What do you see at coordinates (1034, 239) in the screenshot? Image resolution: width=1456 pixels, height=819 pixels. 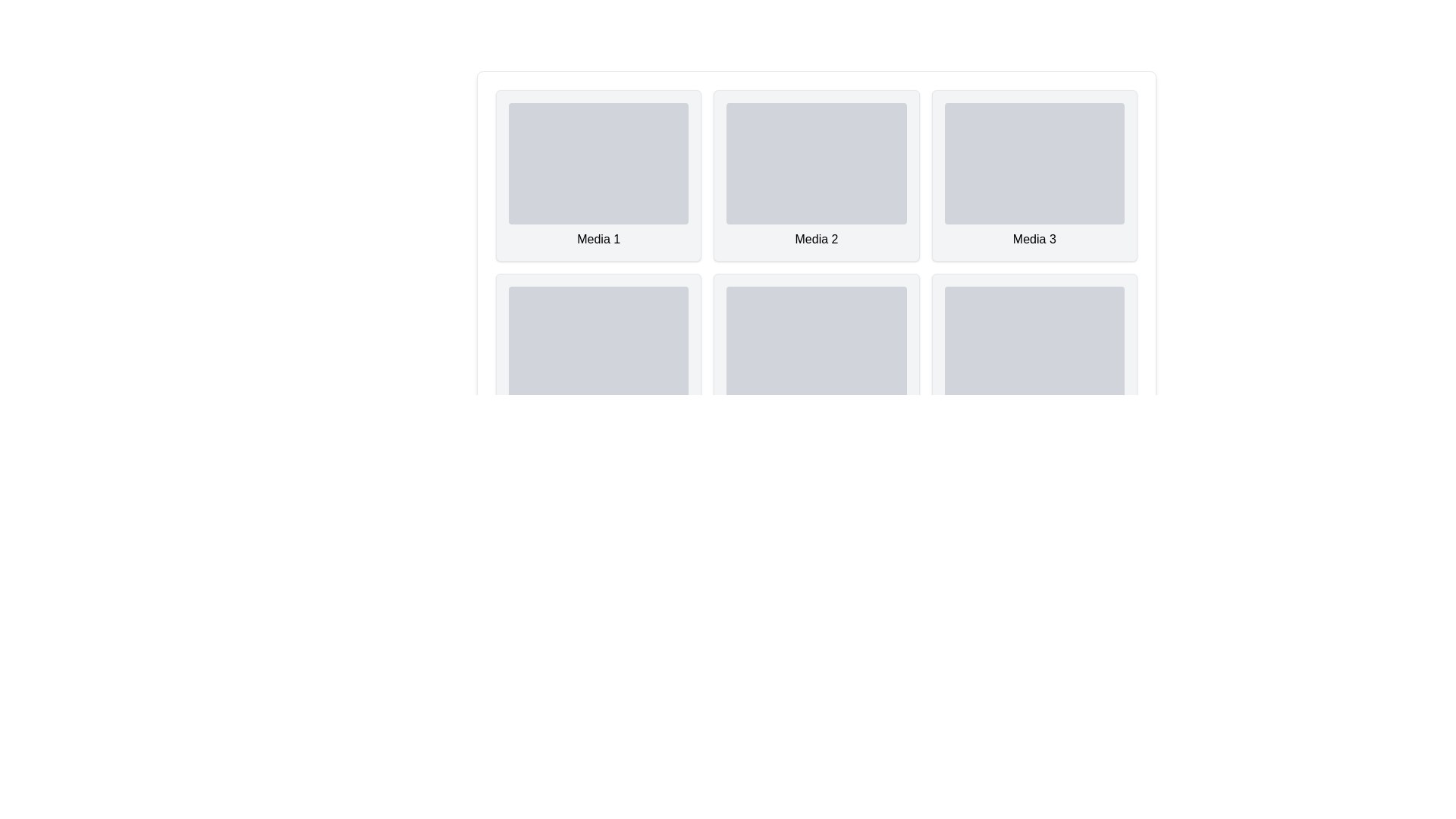 I see `Text Label element located in the lower section of the third card in a horizontal series, which describes the media content above it` at bounding box center [1034, 239].